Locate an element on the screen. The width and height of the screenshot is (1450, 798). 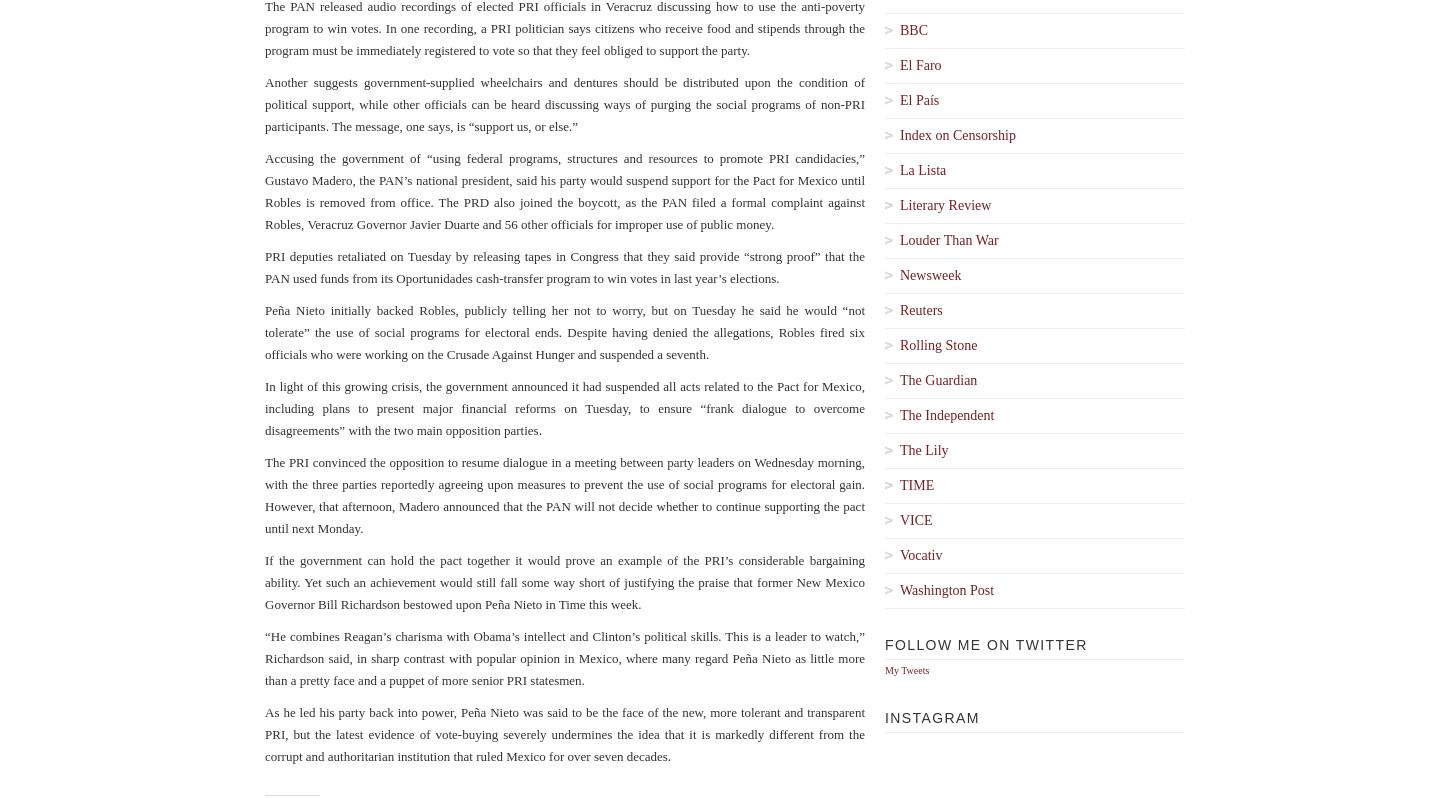
'In light of this growing crisis, the government announced it had suspended all acts related to the Pact for Mexico, including plans to present major financial reforms on Tuesday, to ensure “frank dialogue to overcome disagreements” with the two main opposition parties.' is located at coordinates (265, 407).